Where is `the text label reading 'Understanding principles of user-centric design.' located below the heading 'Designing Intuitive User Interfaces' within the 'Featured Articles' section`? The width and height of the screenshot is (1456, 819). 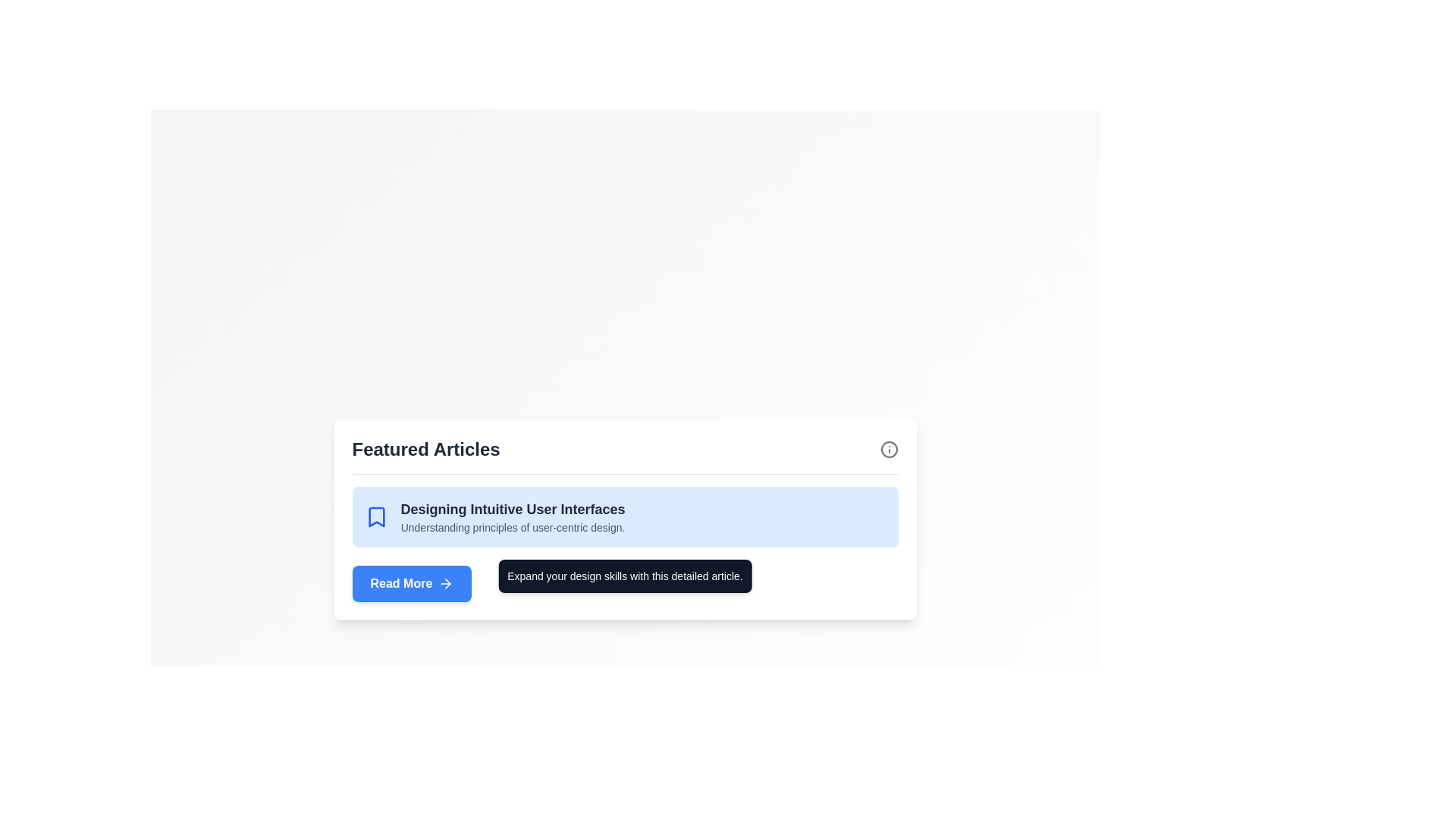
the text label reading 'Understanding principles of user-centric design.' located below the heading 'Designing Intuitive User Interfaces' within the 'Featured Articles' section is located at coordinates (513, 526).